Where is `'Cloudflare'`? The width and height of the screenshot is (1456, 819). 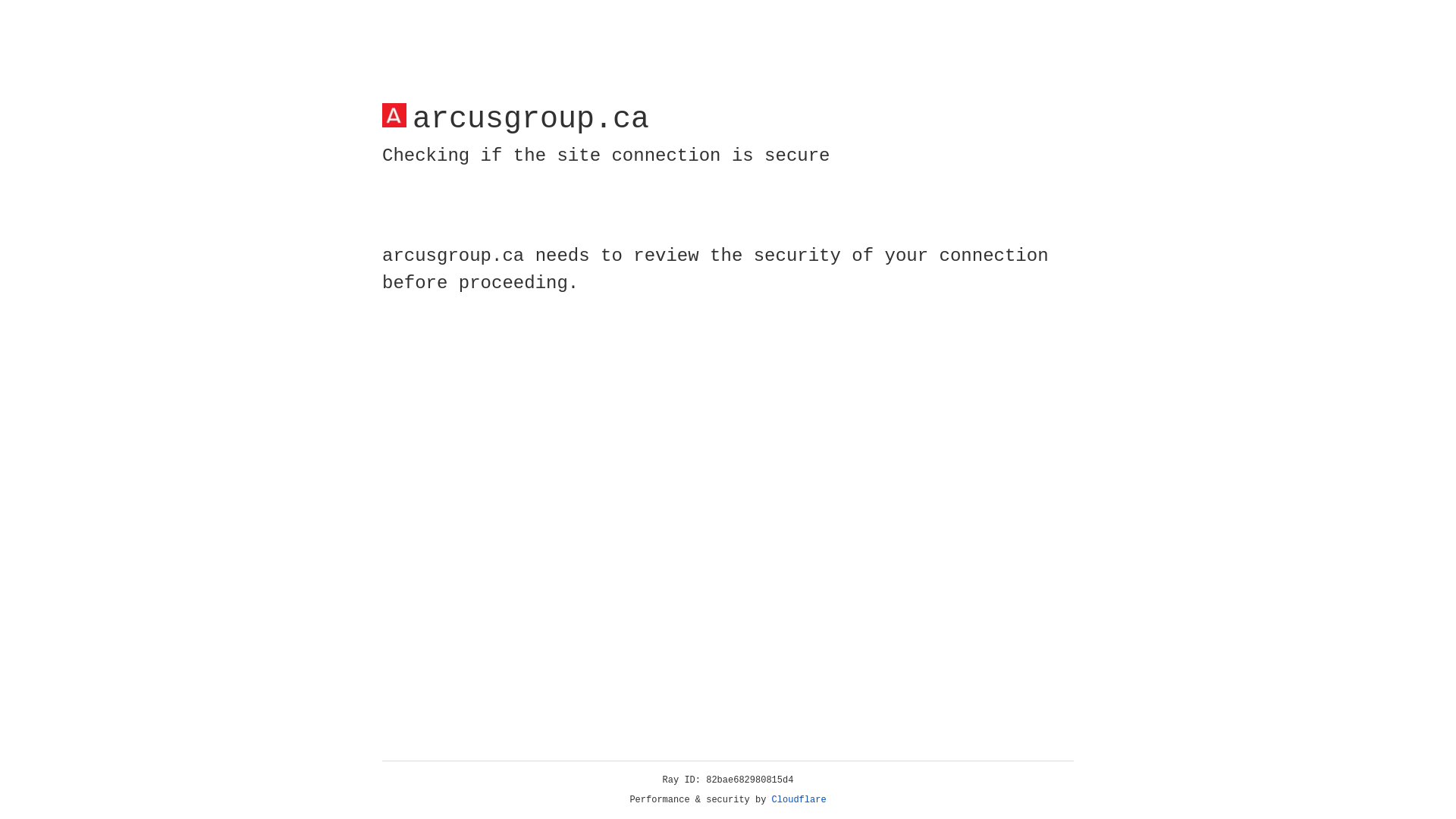
'Cloudflare' is located at coordinates (799, 799).